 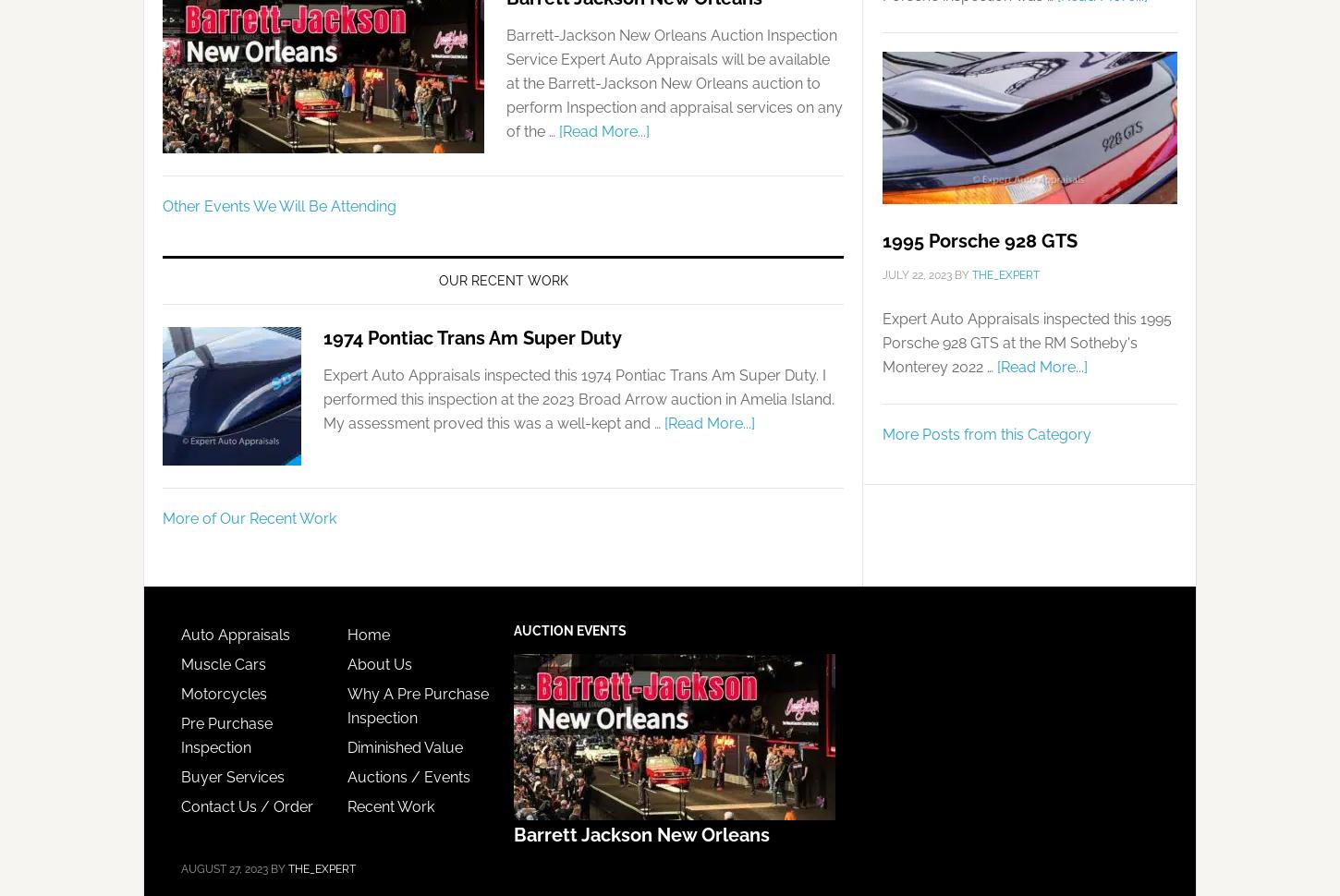 What do you see at coordinates (346, 704) in the screenshot?
I see `'Why A Pre Purchase Inspection'` at bounding box center [346, 704].